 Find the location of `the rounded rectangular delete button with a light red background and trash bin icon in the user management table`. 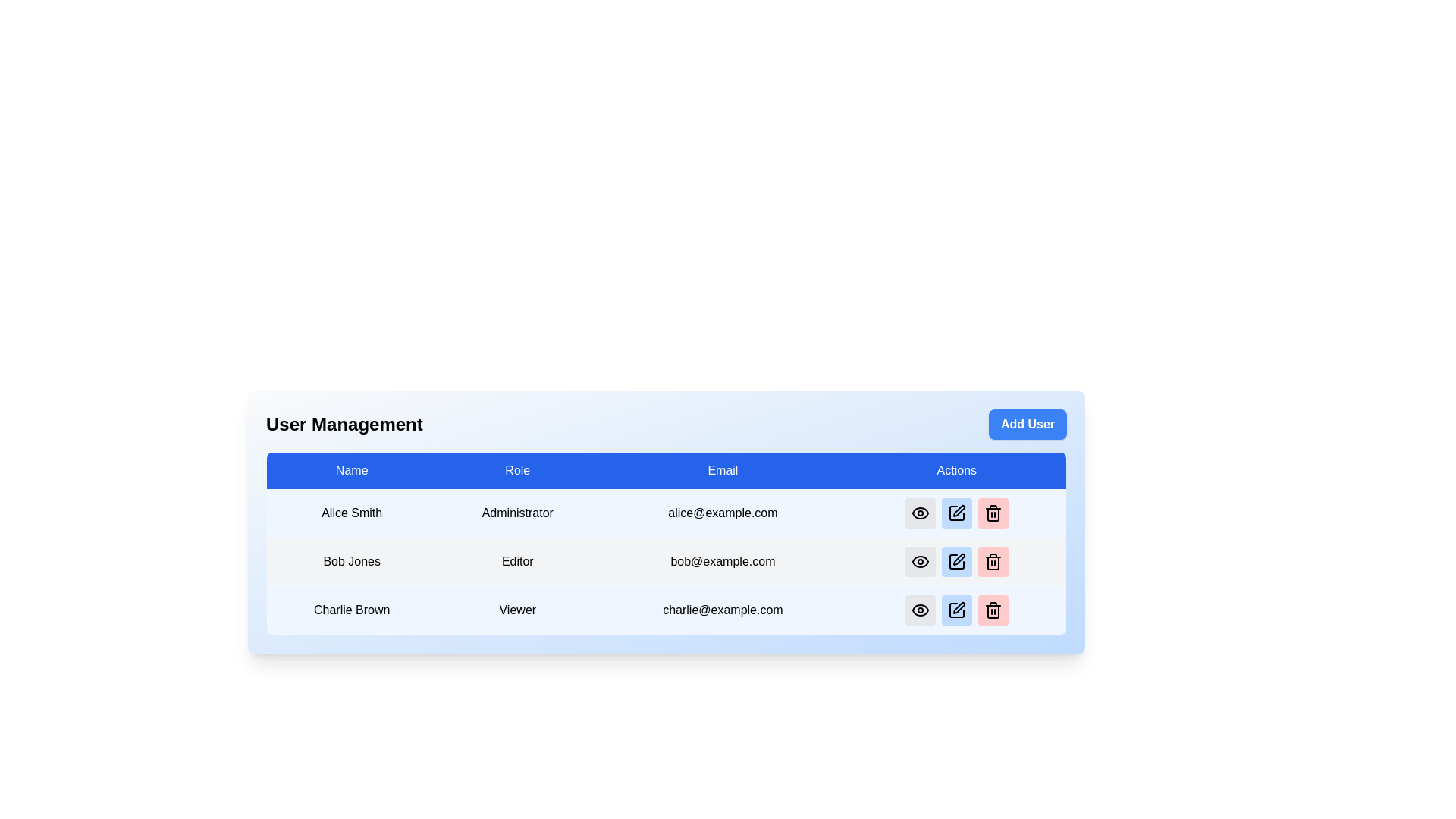

the rounded rectangular delete button with a light red background and trash bin icon in the user management table is located at coordinates (993, 561).